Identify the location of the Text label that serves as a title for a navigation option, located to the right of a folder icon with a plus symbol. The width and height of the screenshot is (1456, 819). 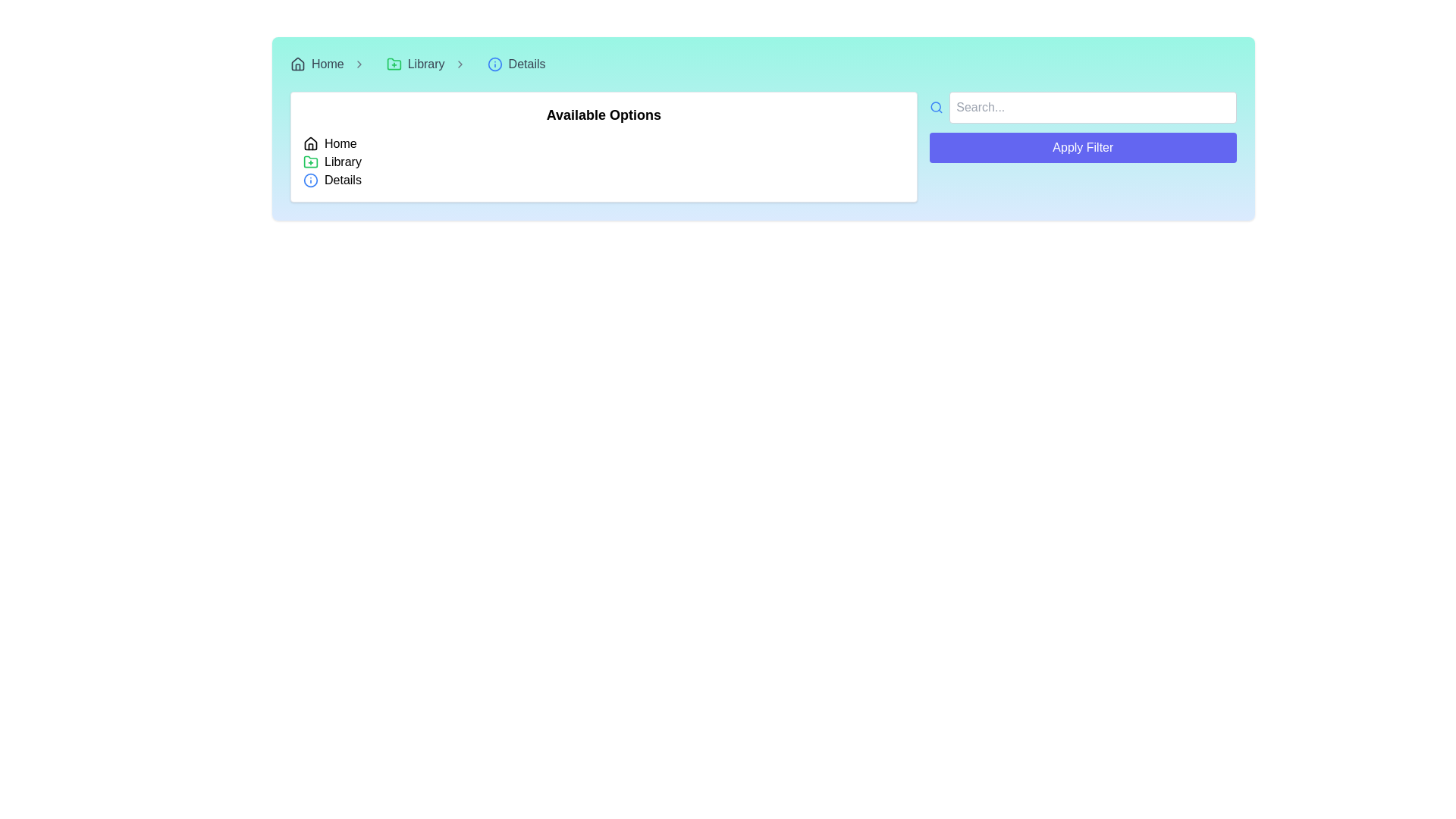
(342, 162).